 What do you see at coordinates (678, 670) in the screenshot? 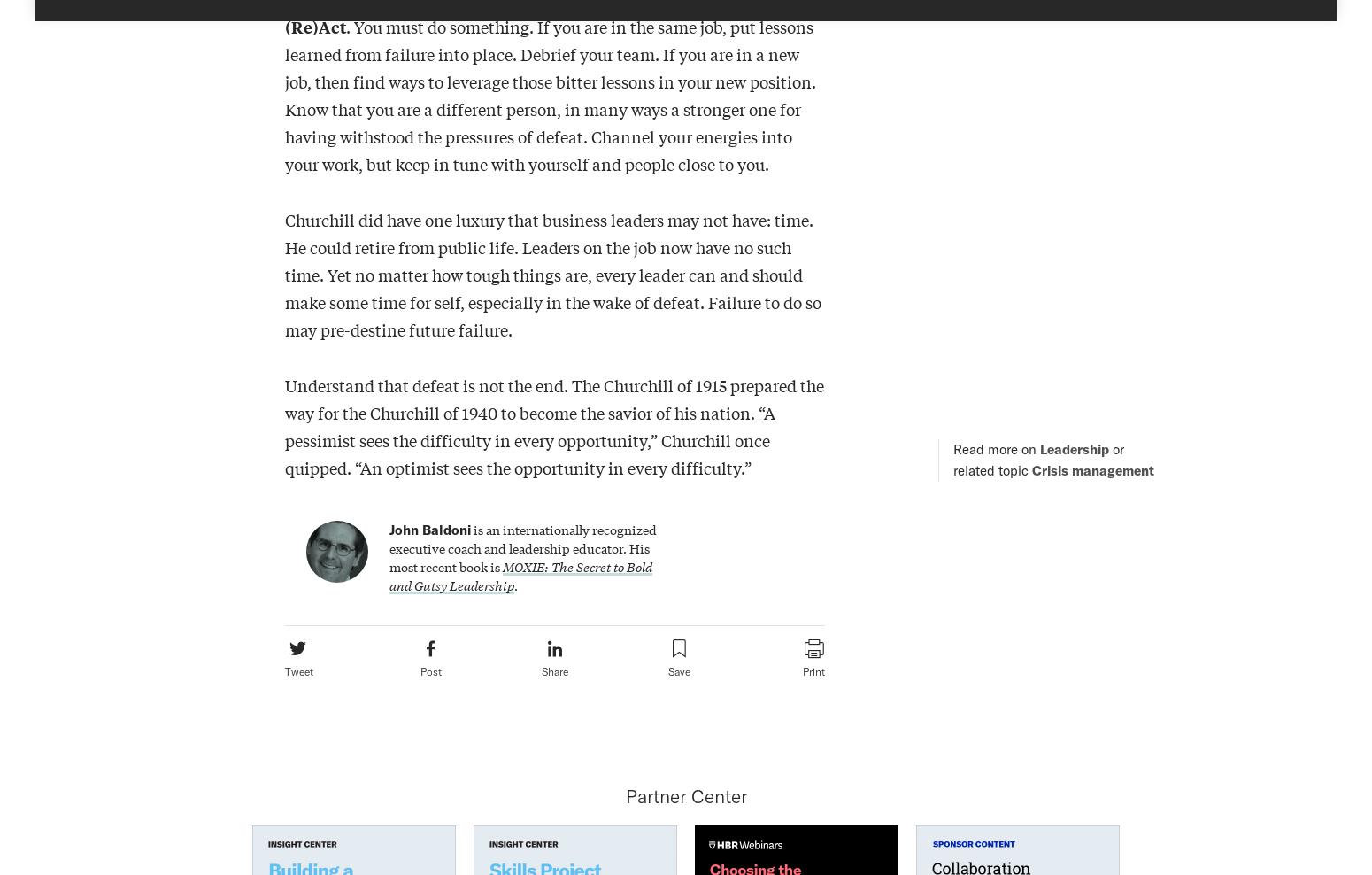
I see `'Save'` at bounding box center [678, 670].